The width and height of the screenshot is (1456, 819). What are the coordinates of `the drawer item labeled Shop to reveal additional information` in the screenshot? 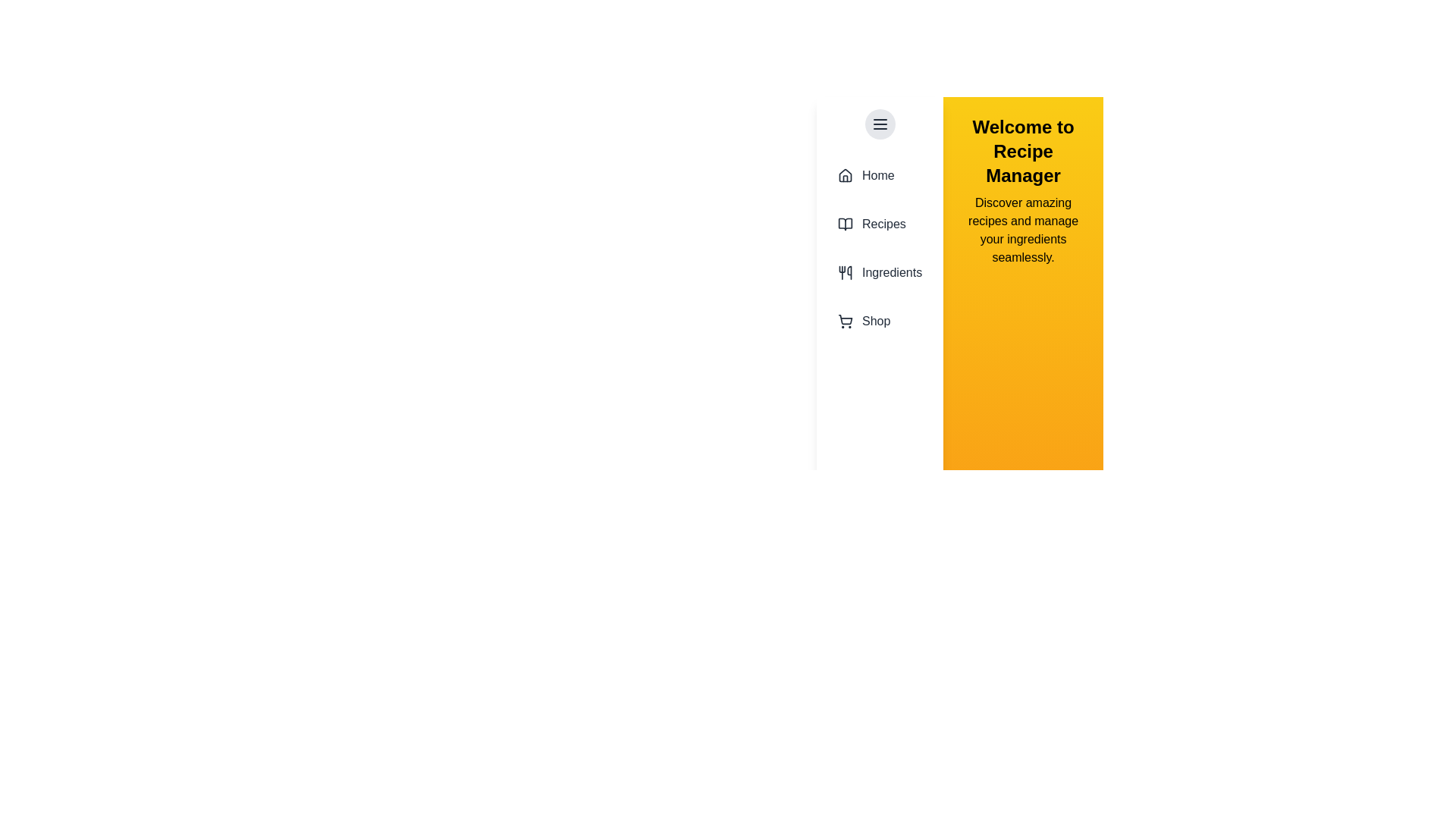 It's located at (880, 321).